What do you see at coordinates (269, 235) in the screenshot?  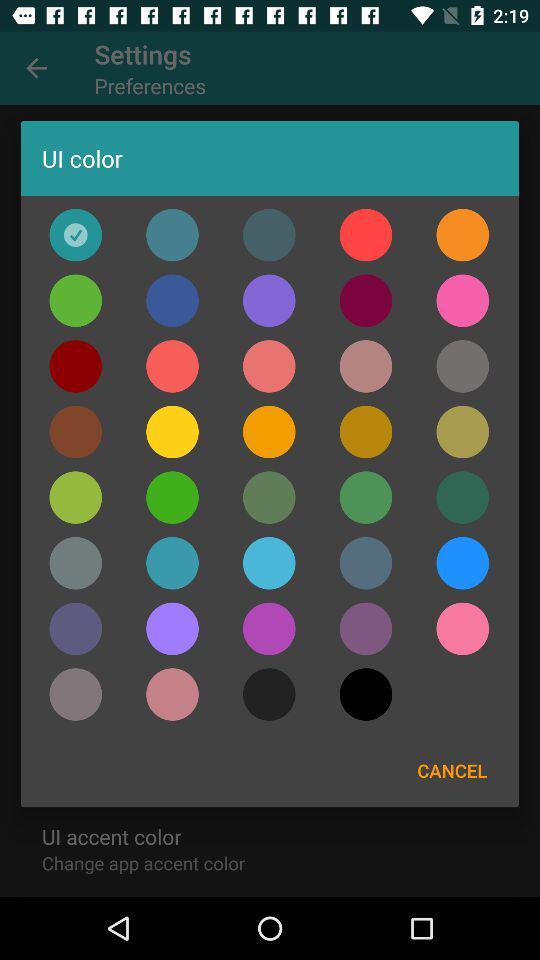 I see `choose a ui color` at bounding box center [269, 235].